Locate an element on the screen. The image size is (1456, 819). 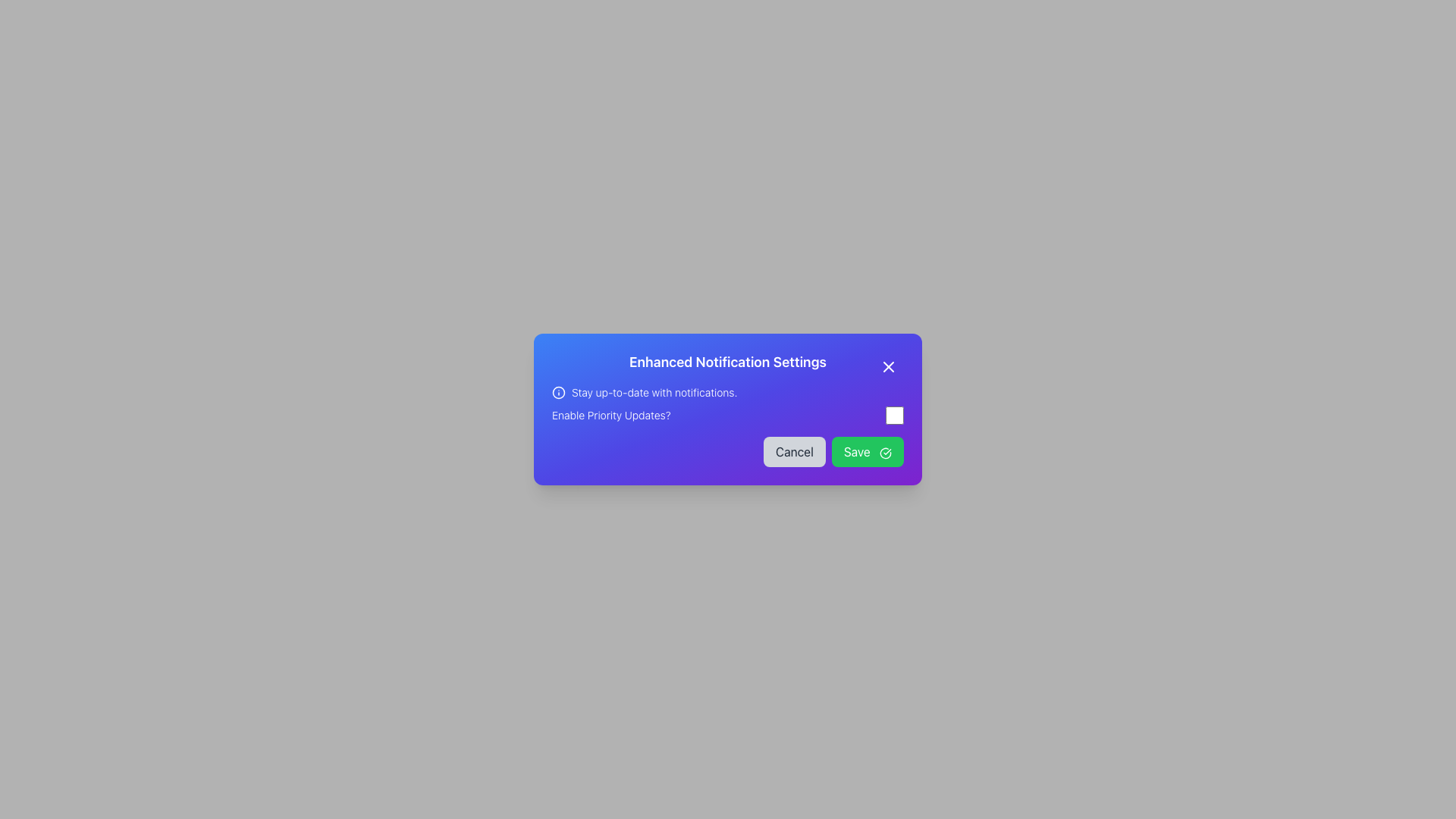
the static text element reading 'Enhanced Notification Settings' which is bold and large, located at the top center of a dialog box with a gradient blue-to-purple background is located at coordinates (728, 362).